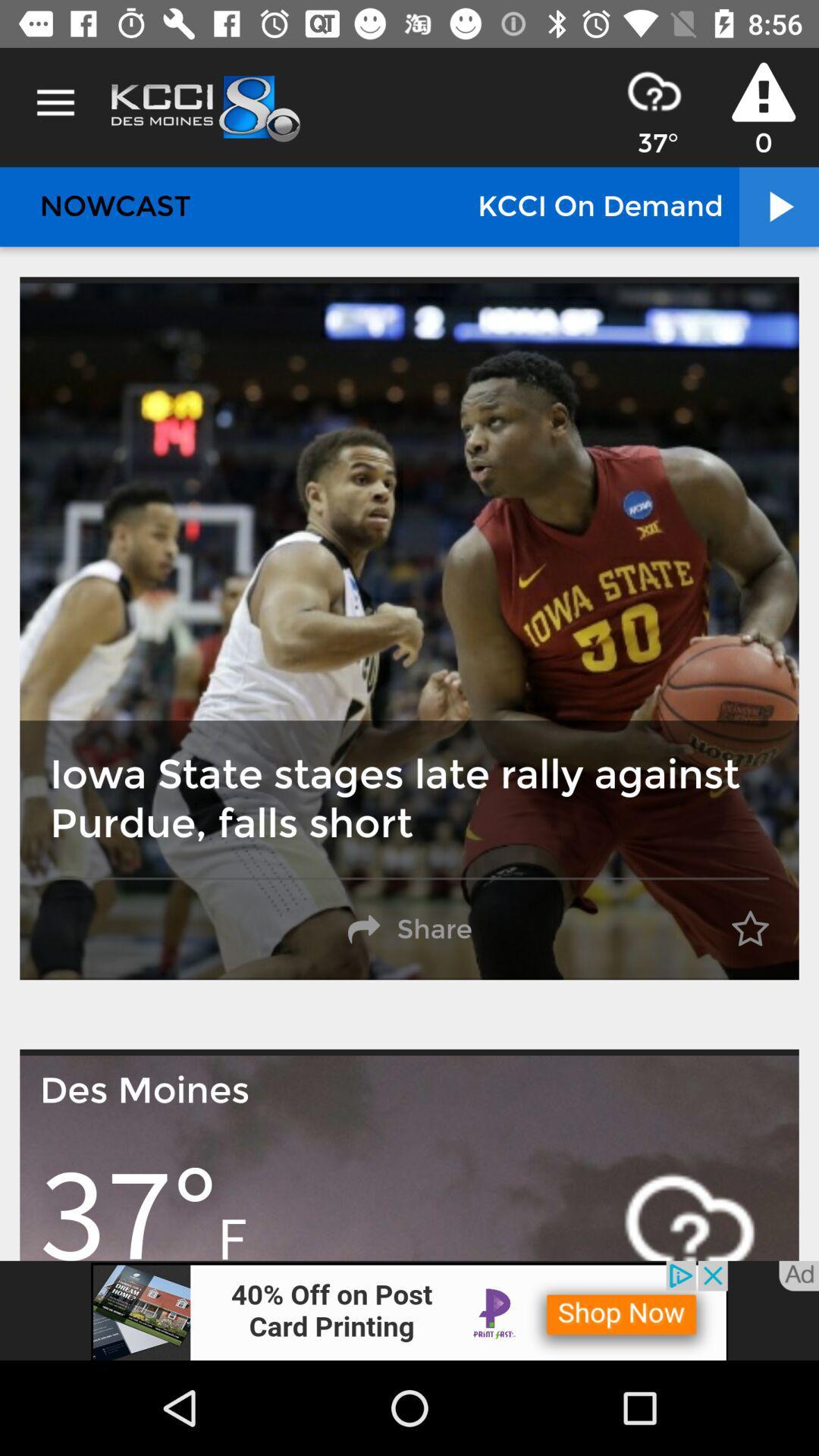 This screenshot has width=819, height=1456. I want to click on click advertisement, so click(409, 1310).